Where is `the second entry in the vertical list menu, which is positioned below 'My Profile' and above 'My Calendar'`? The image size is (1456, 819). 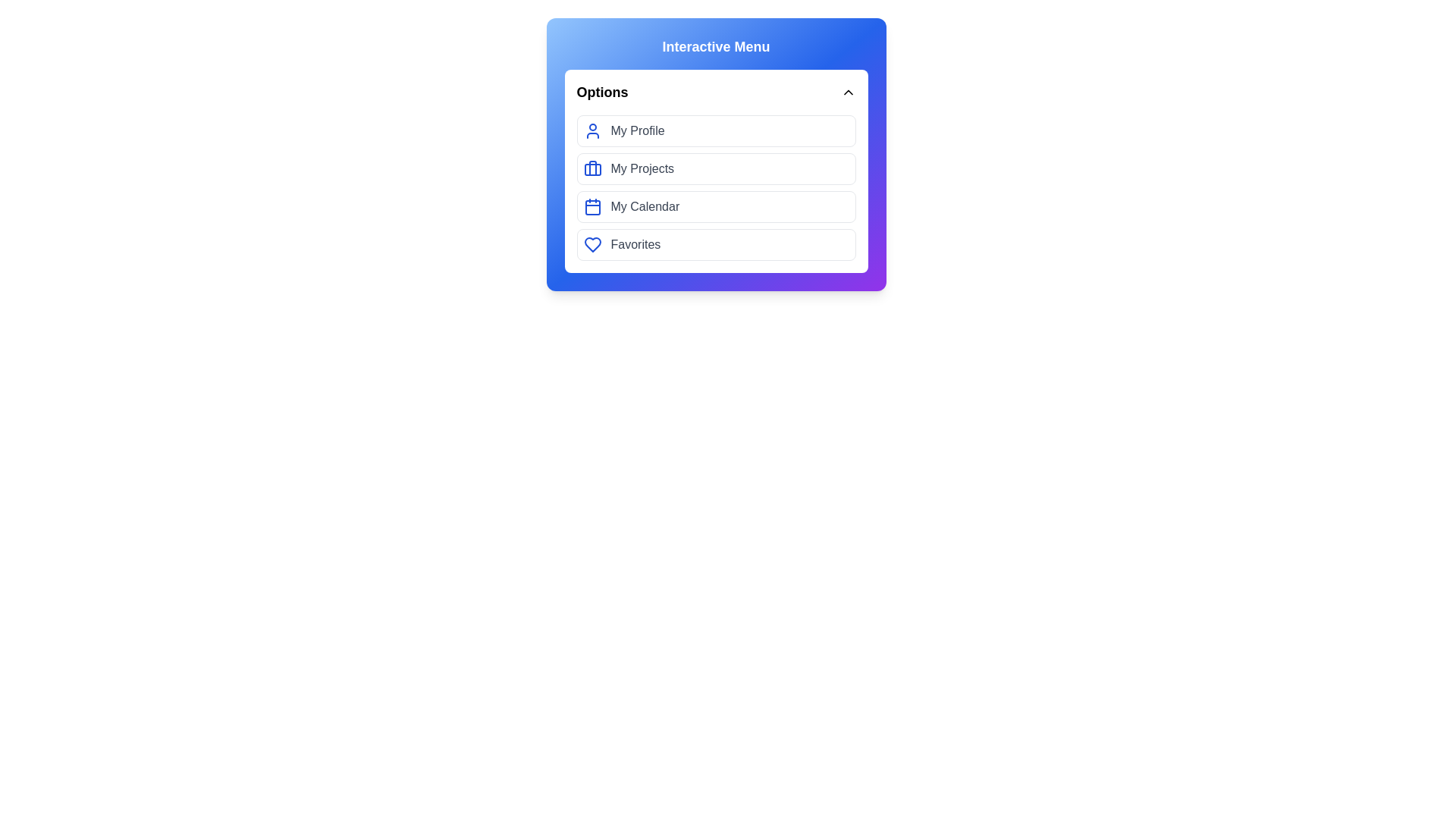
the second entry in the vertical list menu, which is positioned below 'My Profile' and above 'My Calendar' is located at coordinates (715, 187).